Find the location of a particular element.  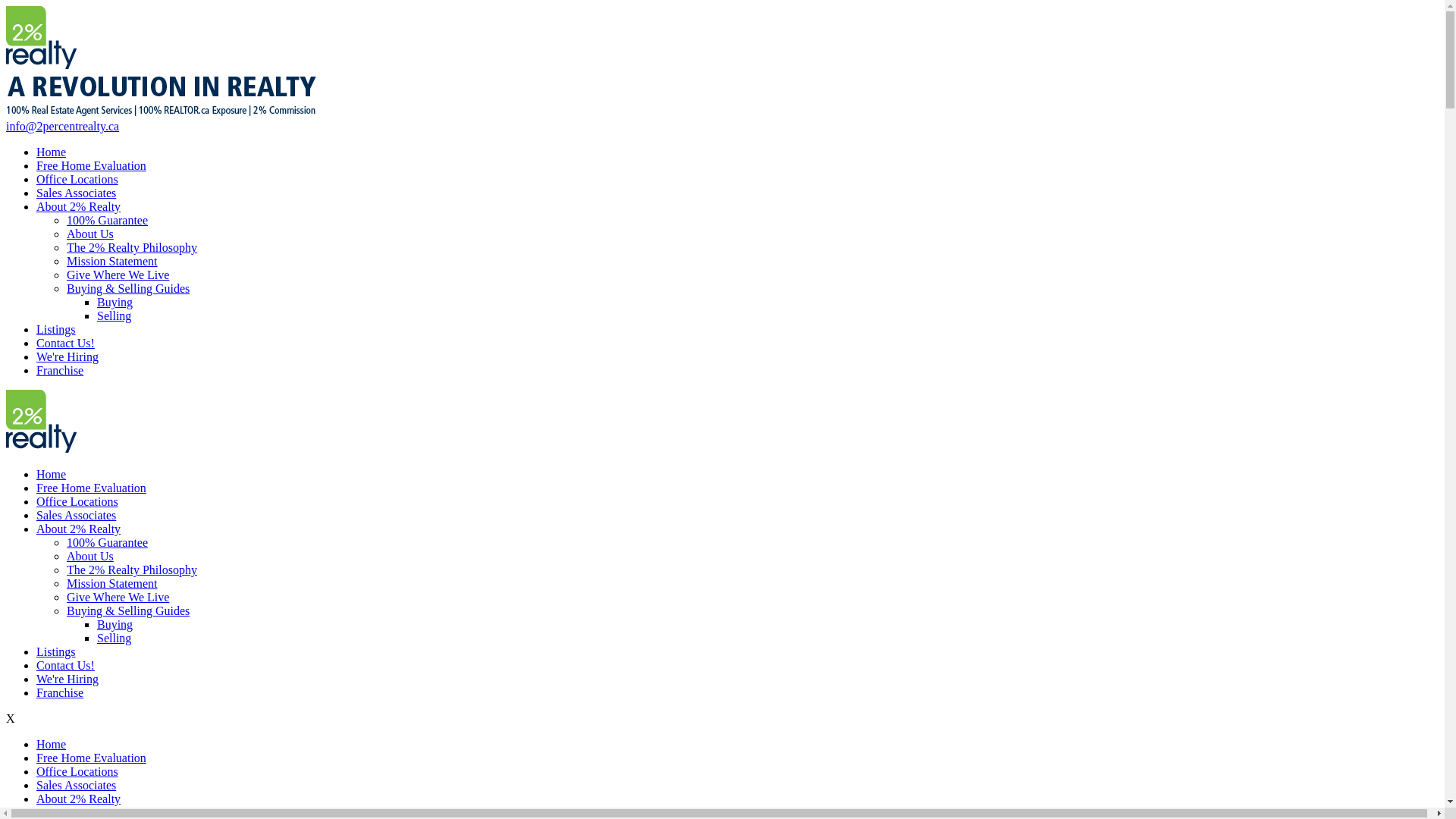

'Buying' is located at coordinates (96, 624).